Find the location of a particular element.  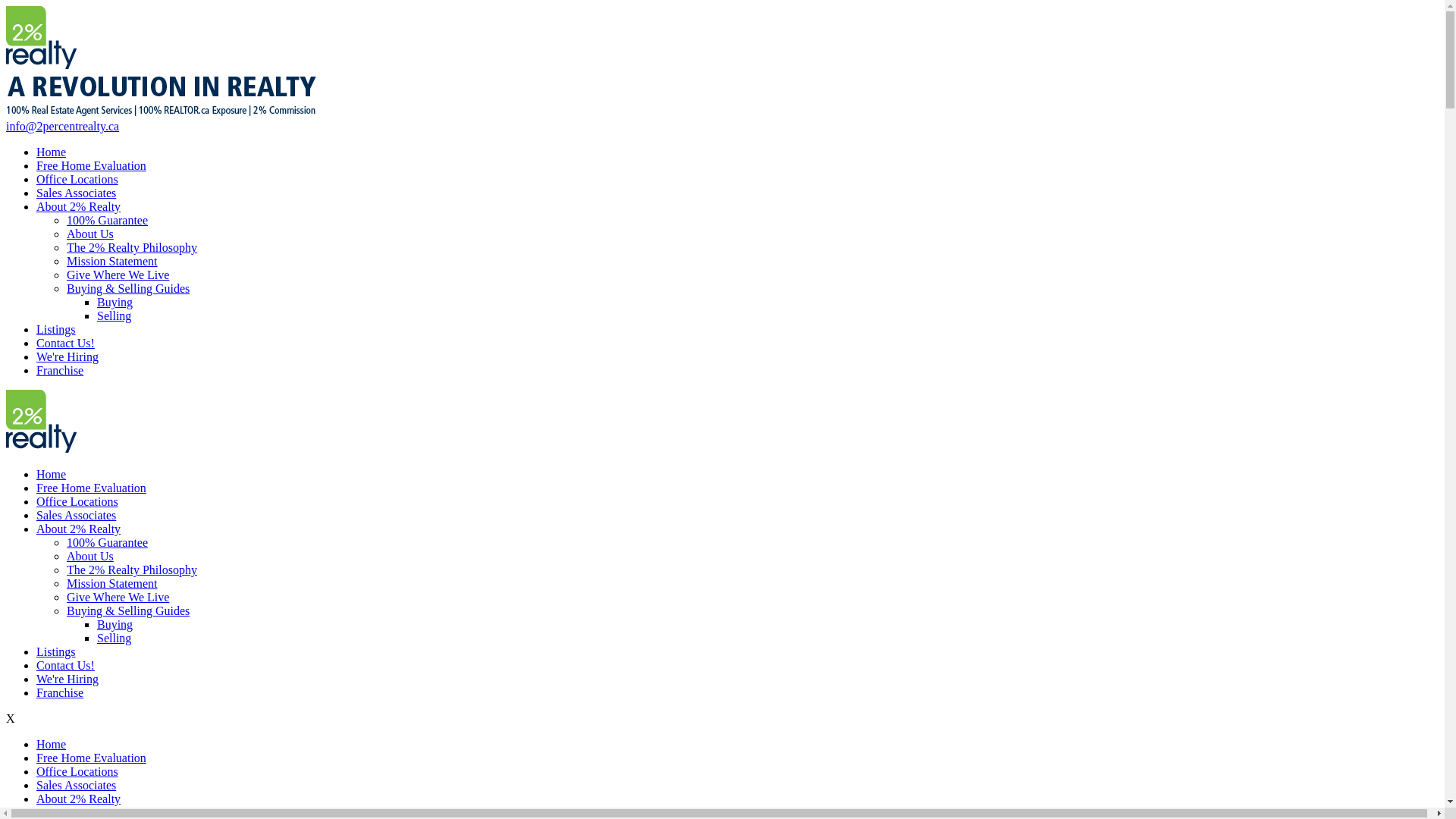

'Buying' is located at coordinates (96, 624).